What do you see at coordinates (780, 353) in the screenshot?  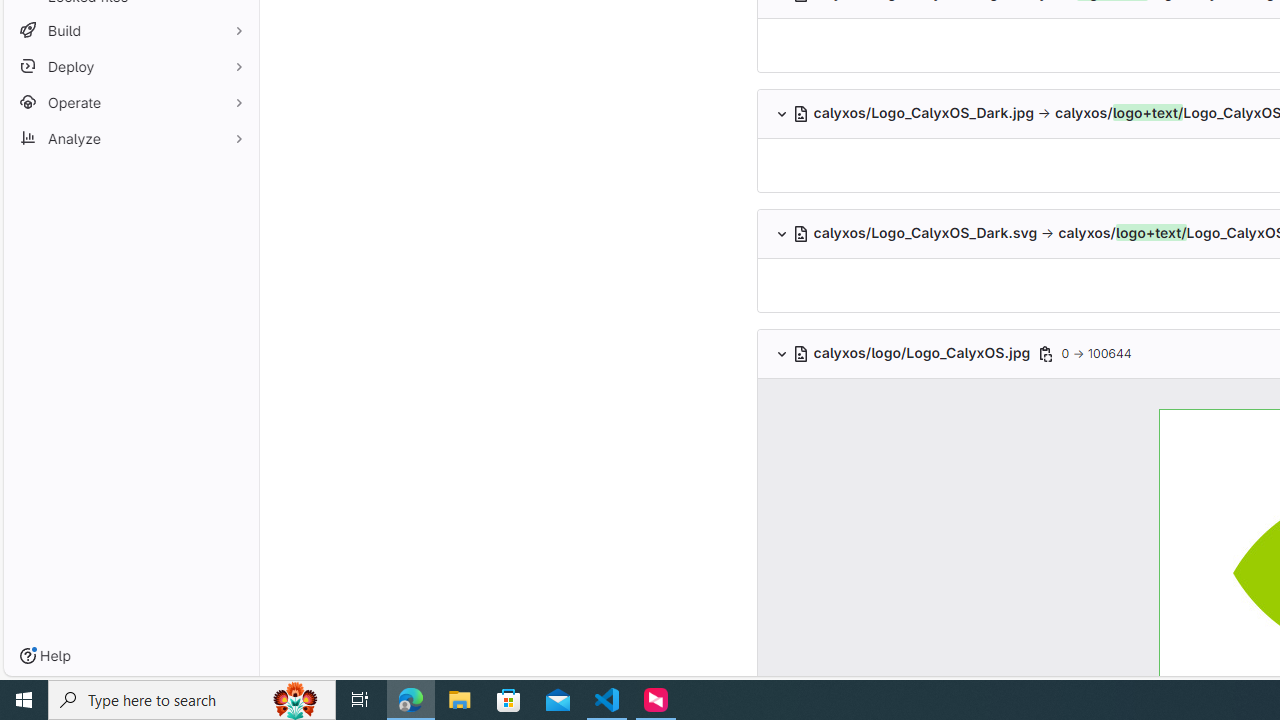 I see `'Class: s16 chevron-down'` at bounding box center [780, 353].